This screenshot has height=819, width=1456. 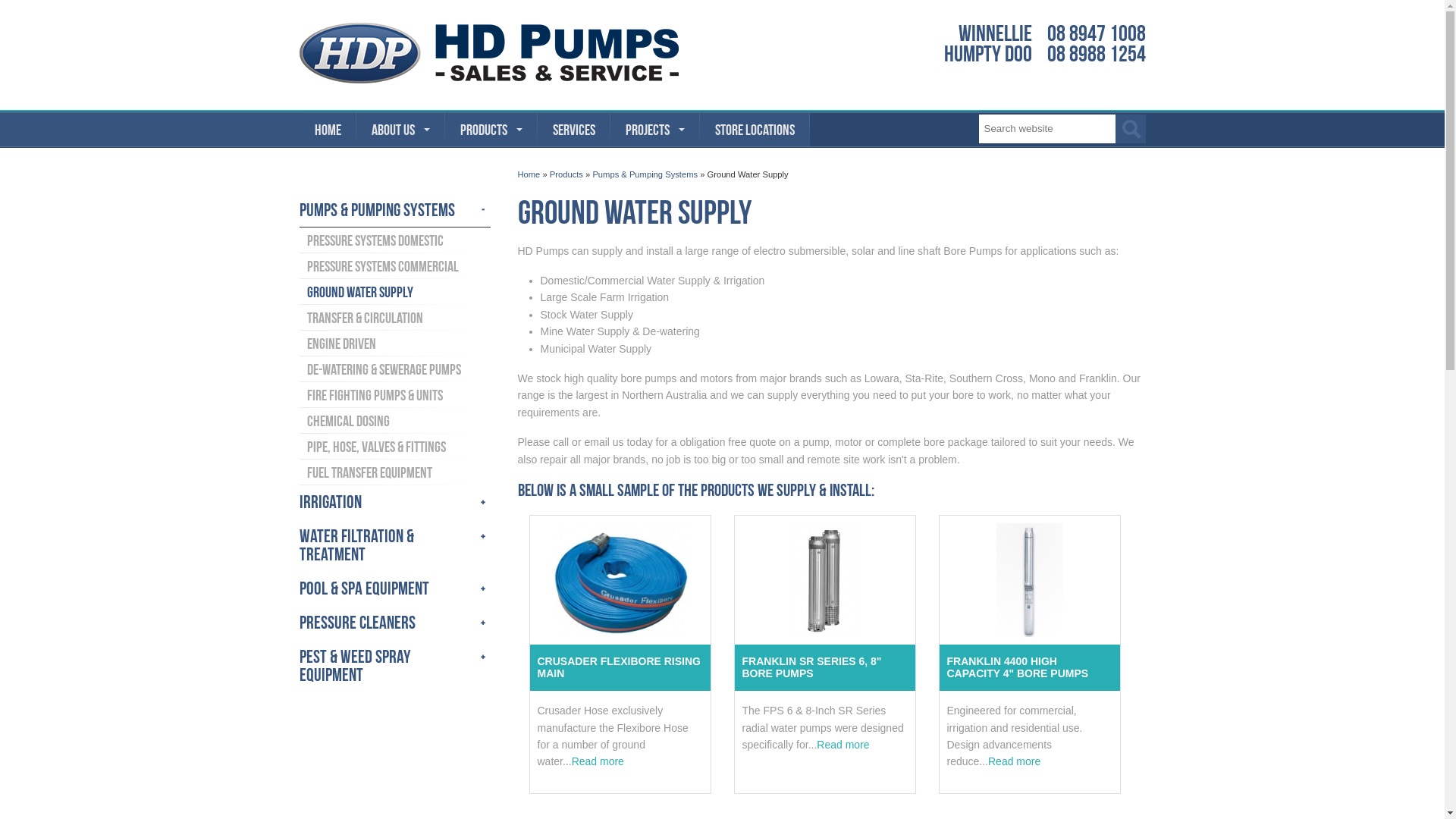 What do you see at coordinates (394, 317) in the screenshot?
I see `'TRANSFER & CIRCULATION'` at bounding box center [394, 317].